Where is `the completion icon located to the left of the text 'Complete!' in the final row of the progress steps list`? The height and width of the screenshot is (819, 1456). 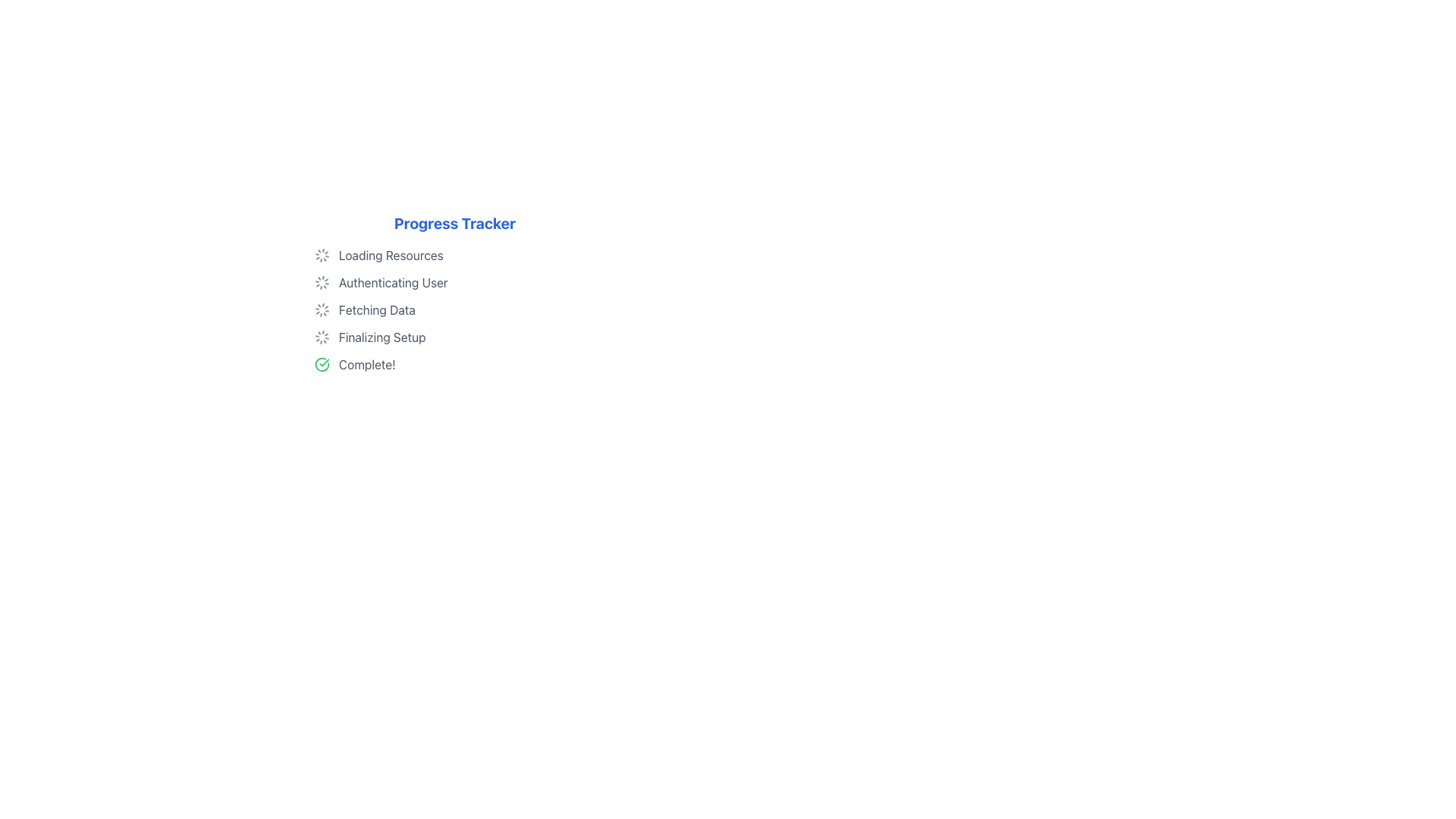
the completion icon located to the left of the text 'Complete!' in the final row of the progress steps list is located at coordinates (322, 365).